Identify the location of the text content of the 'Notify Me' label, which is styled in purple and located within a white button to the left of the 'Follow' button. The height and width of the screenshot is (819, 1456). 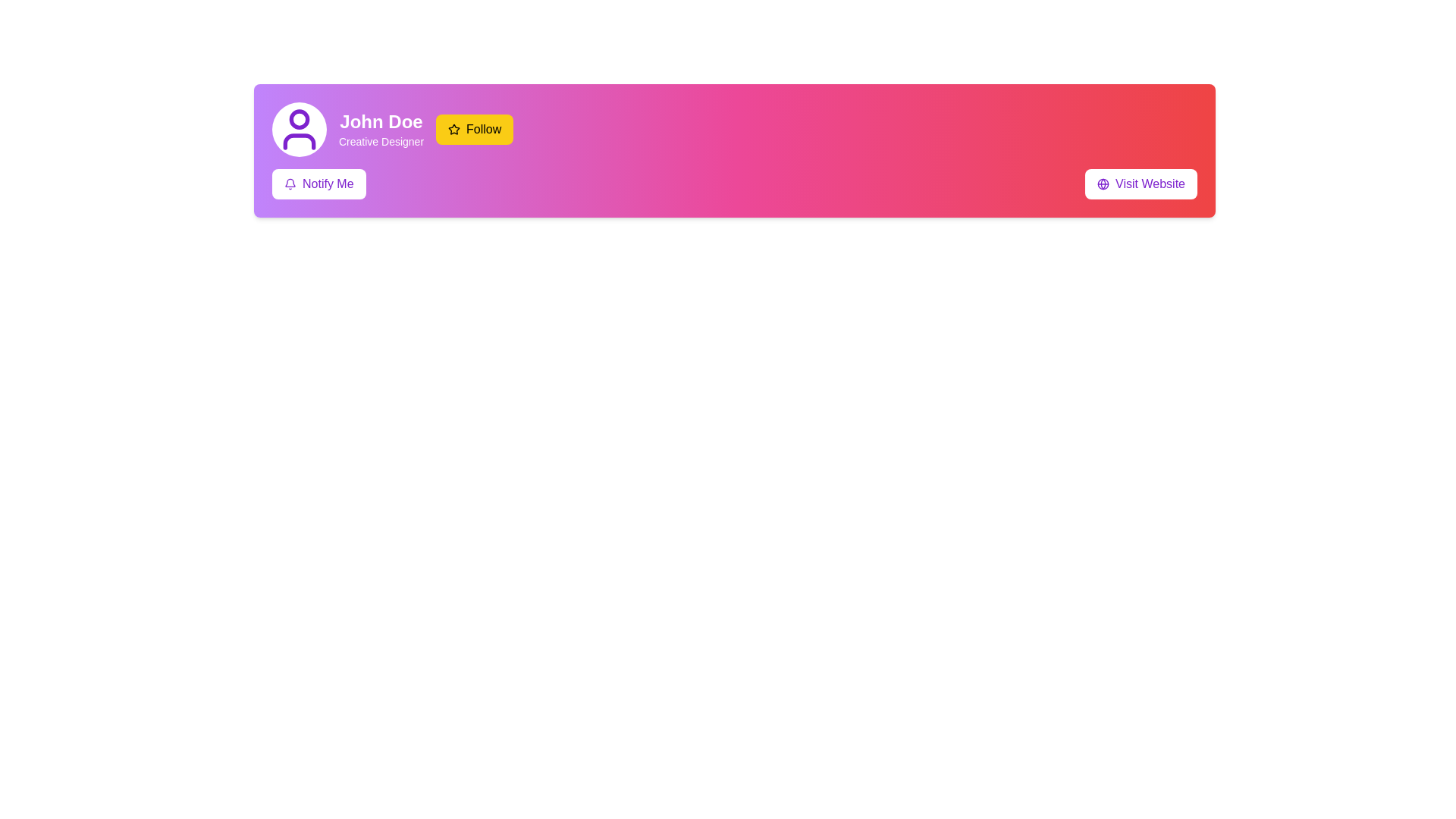
(327, 184).